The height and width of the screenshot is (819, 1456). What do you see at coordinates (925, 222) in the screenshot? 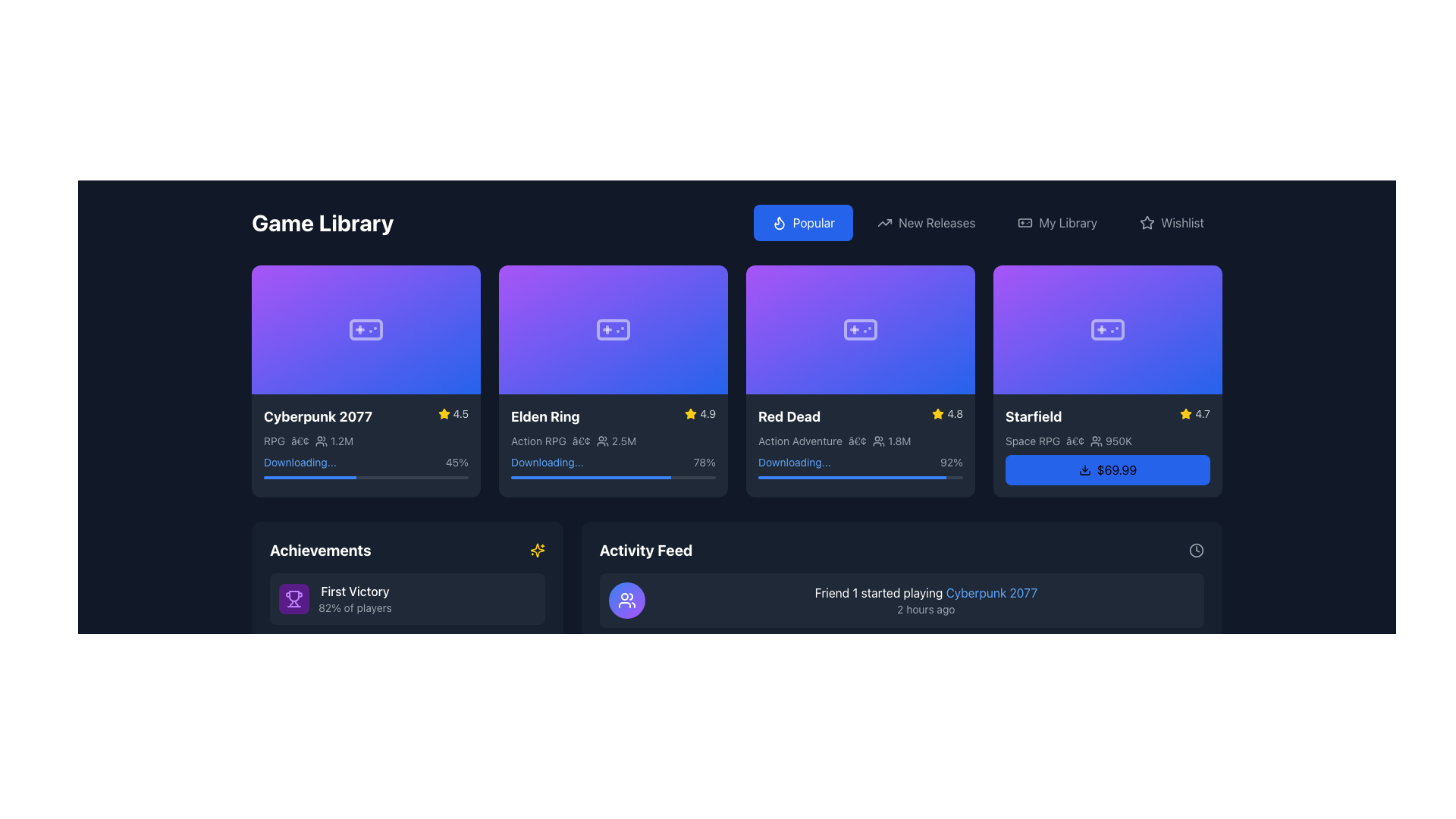
I see `the 'New Releases' button, which is the second button in the horizontal menu bar` at bounding box center [925, 222].